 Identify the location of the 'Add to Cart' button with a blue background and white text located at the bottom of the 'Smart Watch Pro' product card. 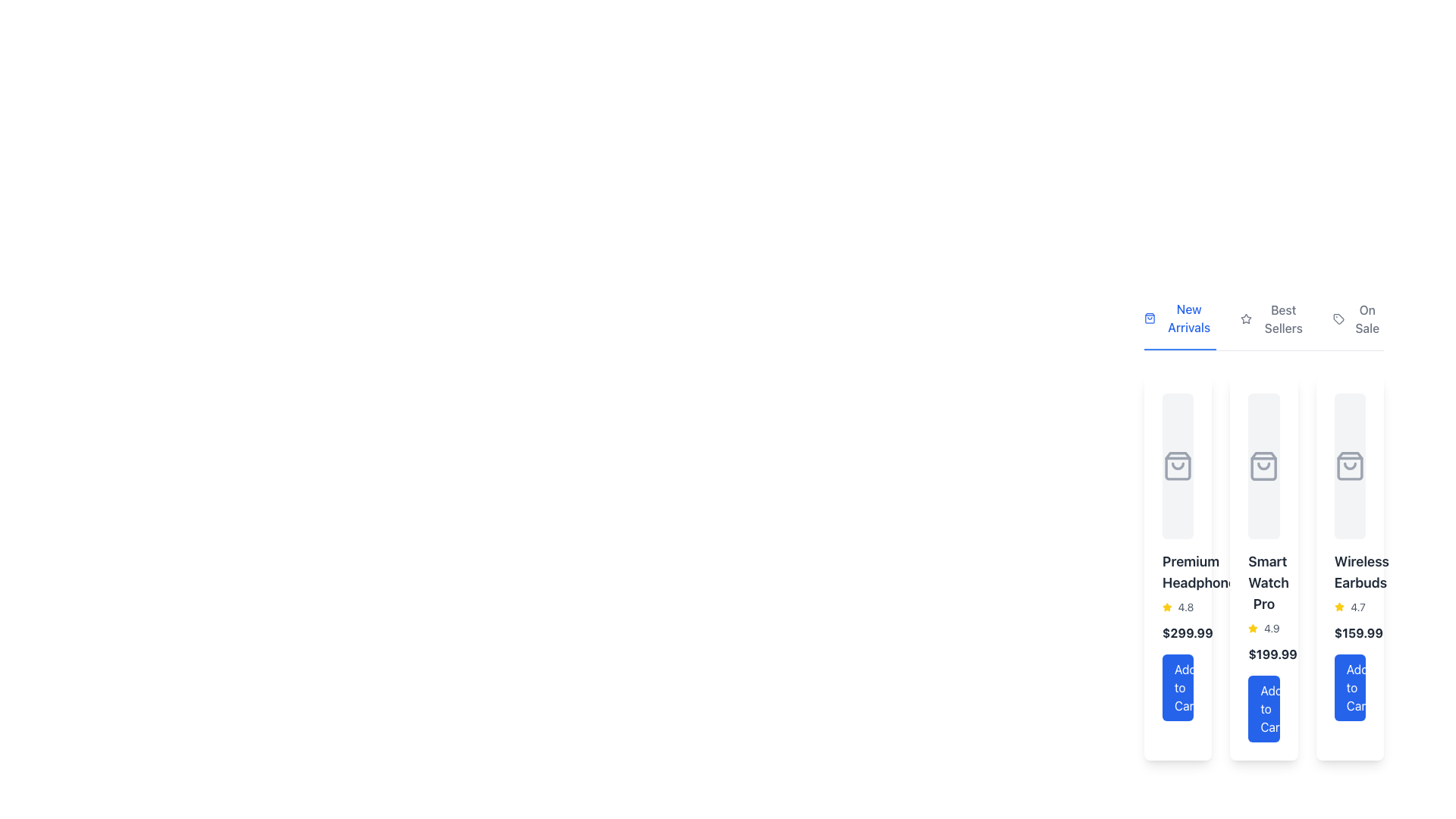
(1263, 708).